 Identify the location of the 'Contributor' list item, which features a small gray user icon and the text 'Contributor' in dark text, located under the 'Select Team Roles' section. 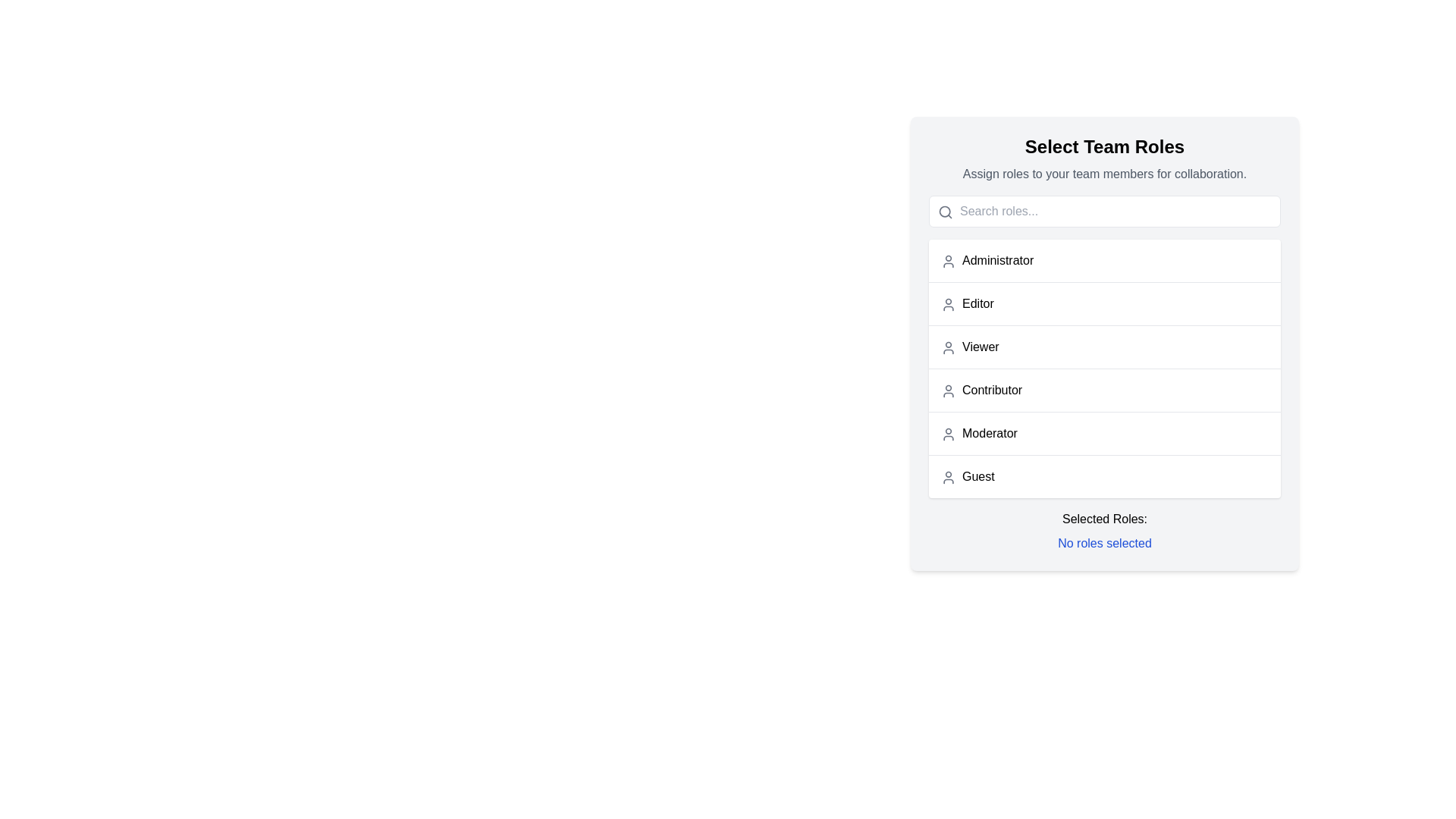
(981, 390).